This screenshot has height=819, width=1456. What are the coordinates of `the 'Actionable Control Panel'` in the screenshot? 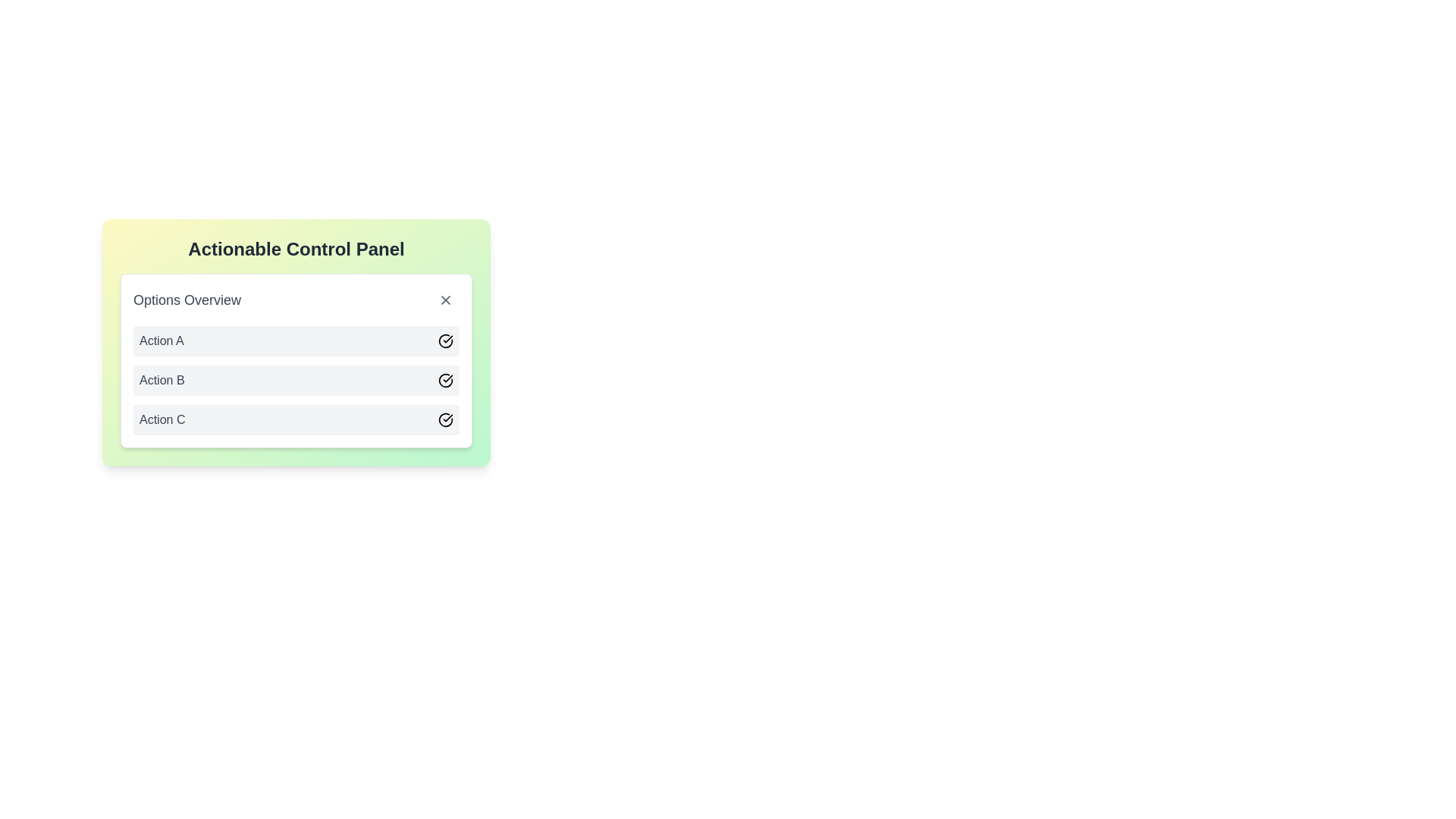 It's located at (296, 342).